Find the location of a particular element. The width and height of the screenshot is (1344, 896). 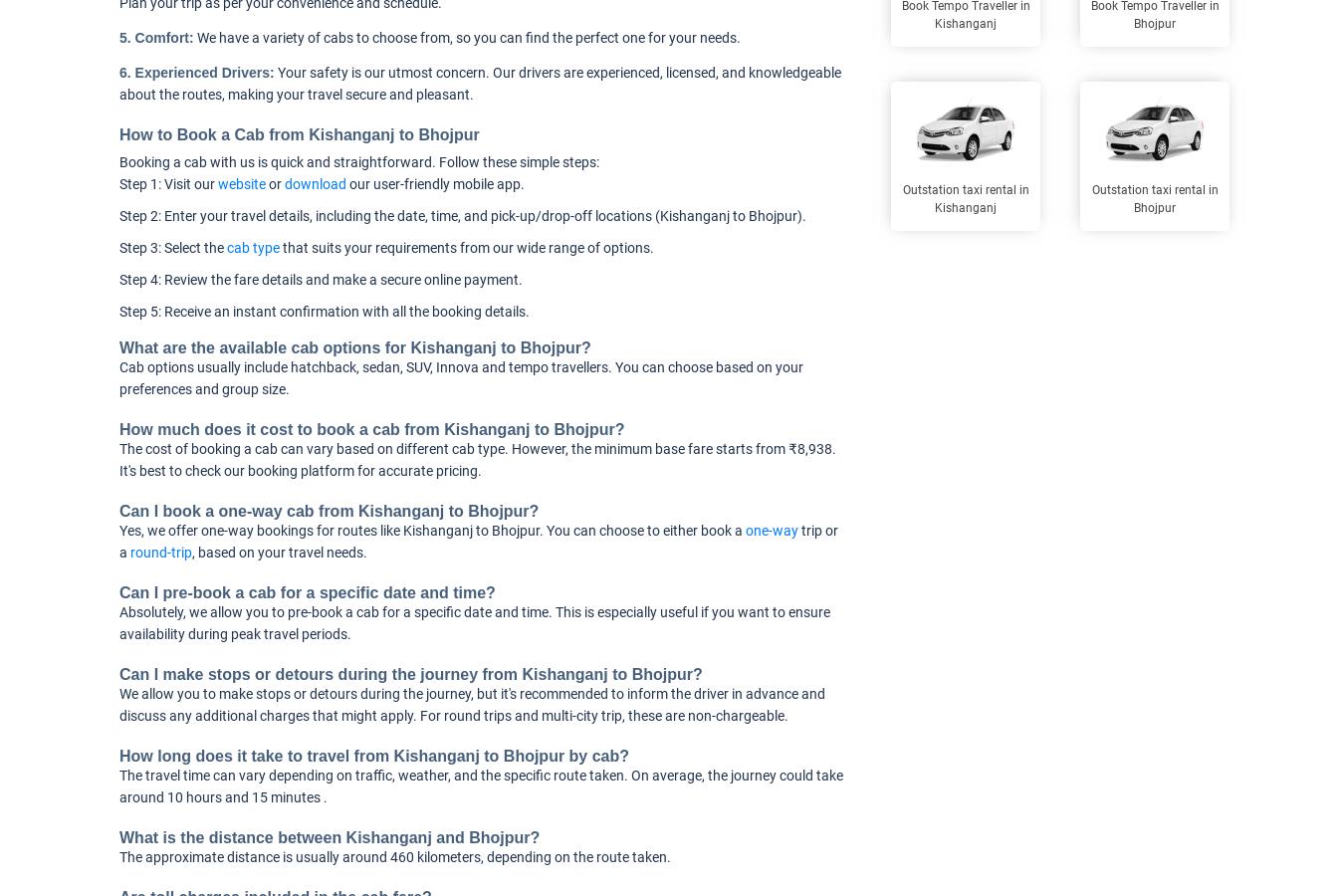

'website' is located at coordinates (241, 184).